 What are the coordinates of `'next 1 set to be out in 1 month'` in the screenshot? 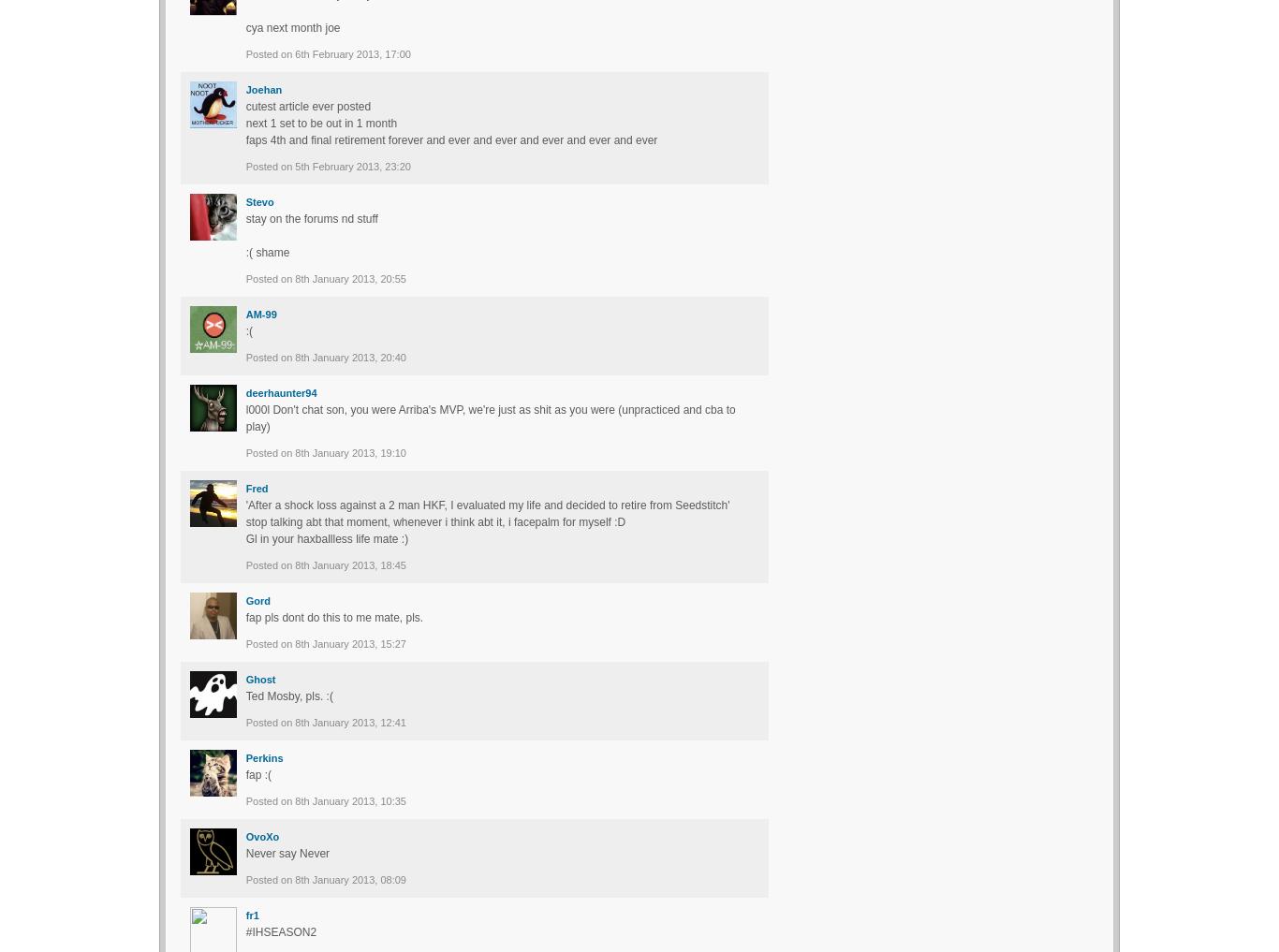 It's located at (244, 123).